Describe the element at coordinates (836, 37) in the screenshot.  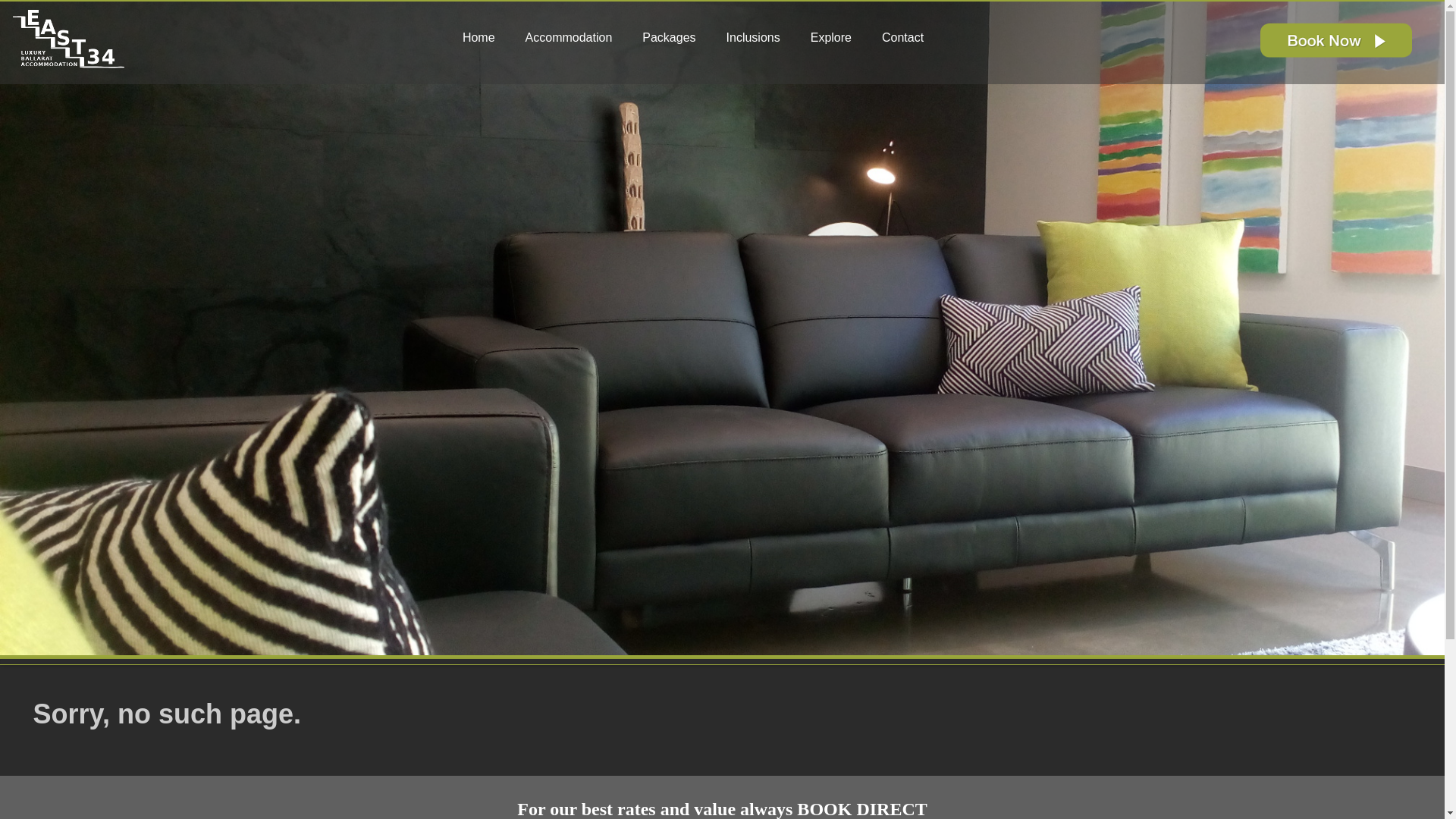
I see `'Explore'` at that location.